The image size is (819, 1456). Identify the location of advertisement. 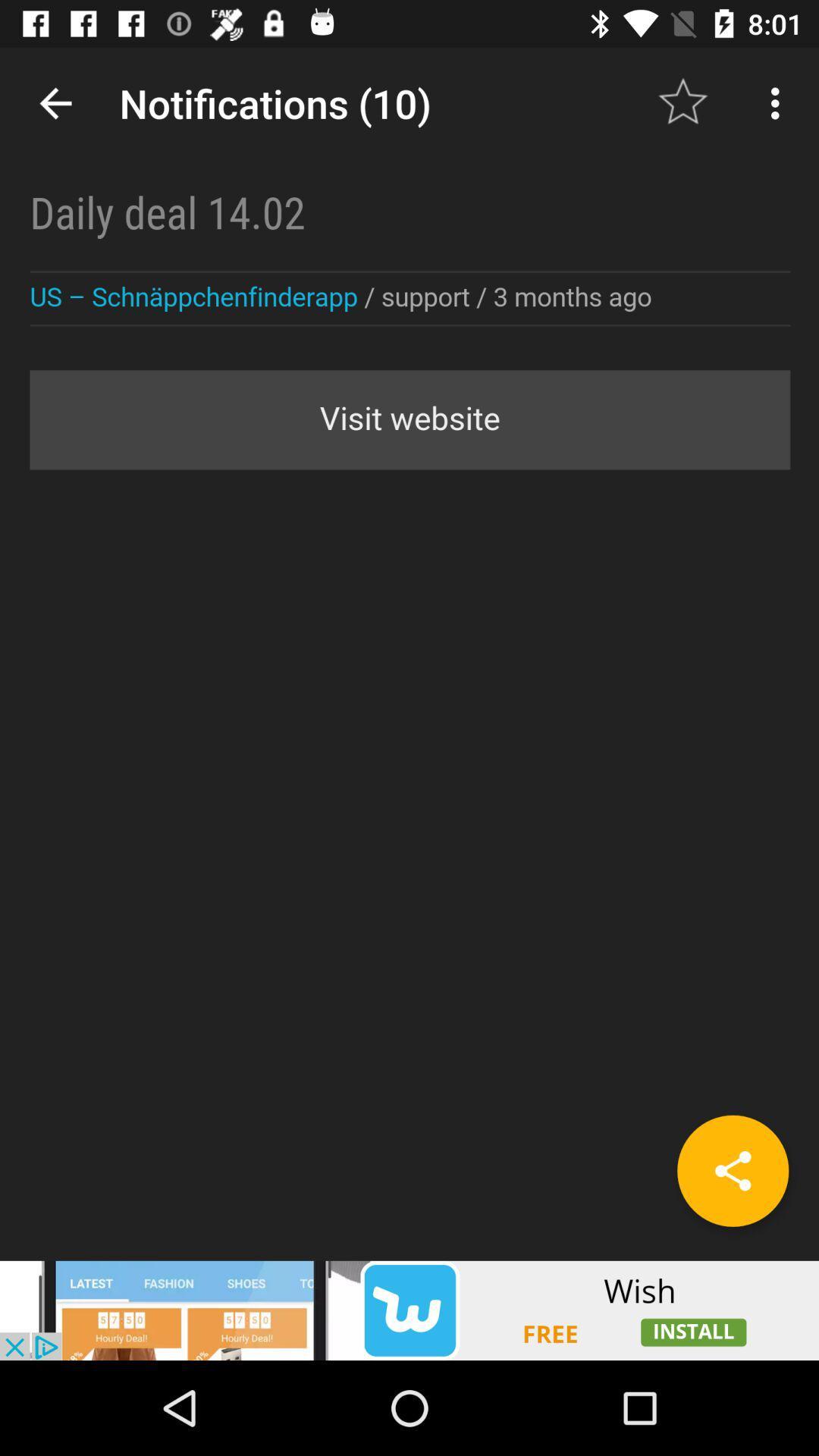
(409, 1310).